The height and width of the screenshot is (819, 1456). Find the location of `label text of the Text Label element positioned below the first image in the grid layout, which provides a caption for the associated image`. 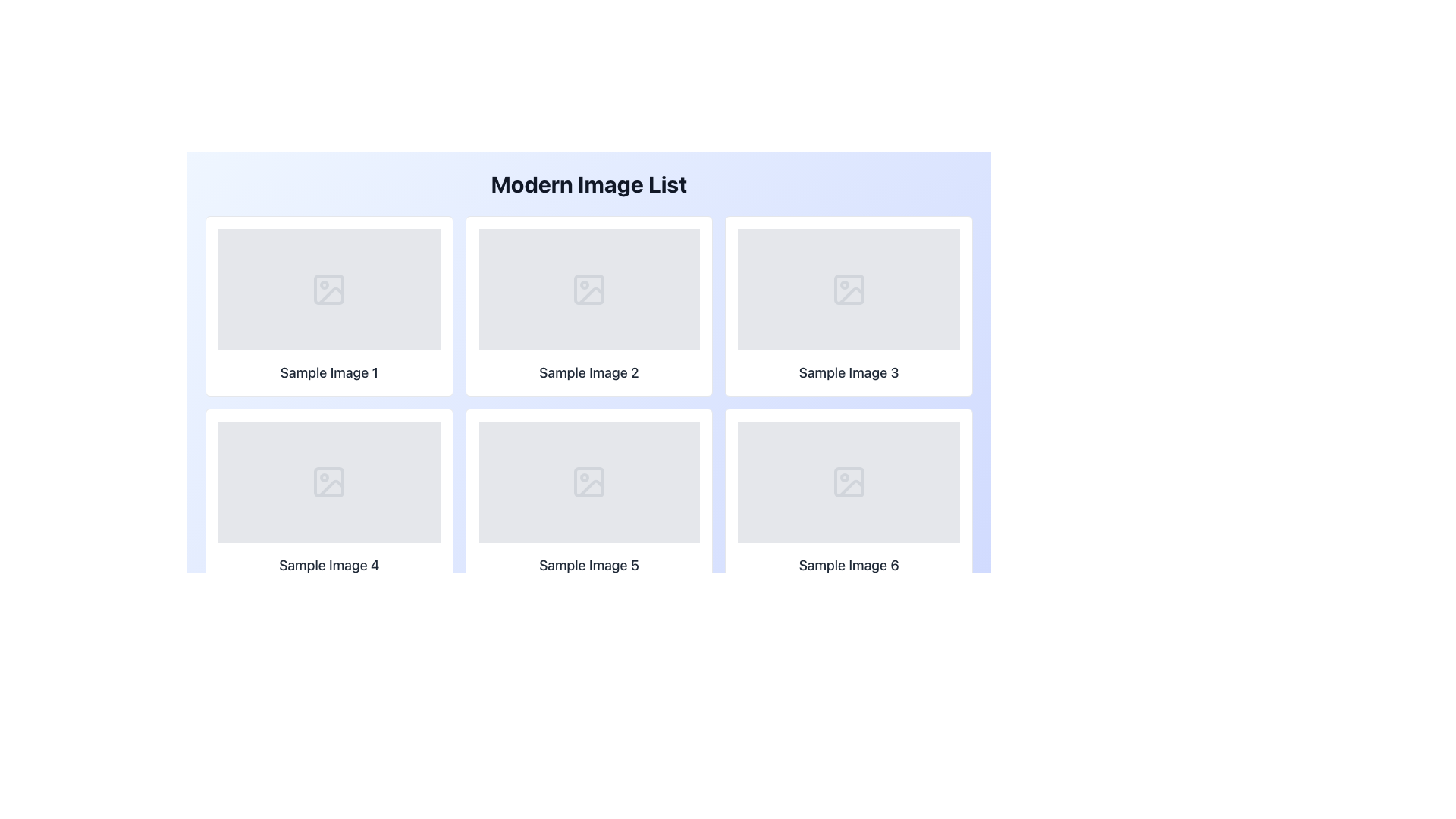

label text of the Text Label element positioned below the first image in the grid layout, which provides a caption for the associated image is located at coordinates (328, 373).